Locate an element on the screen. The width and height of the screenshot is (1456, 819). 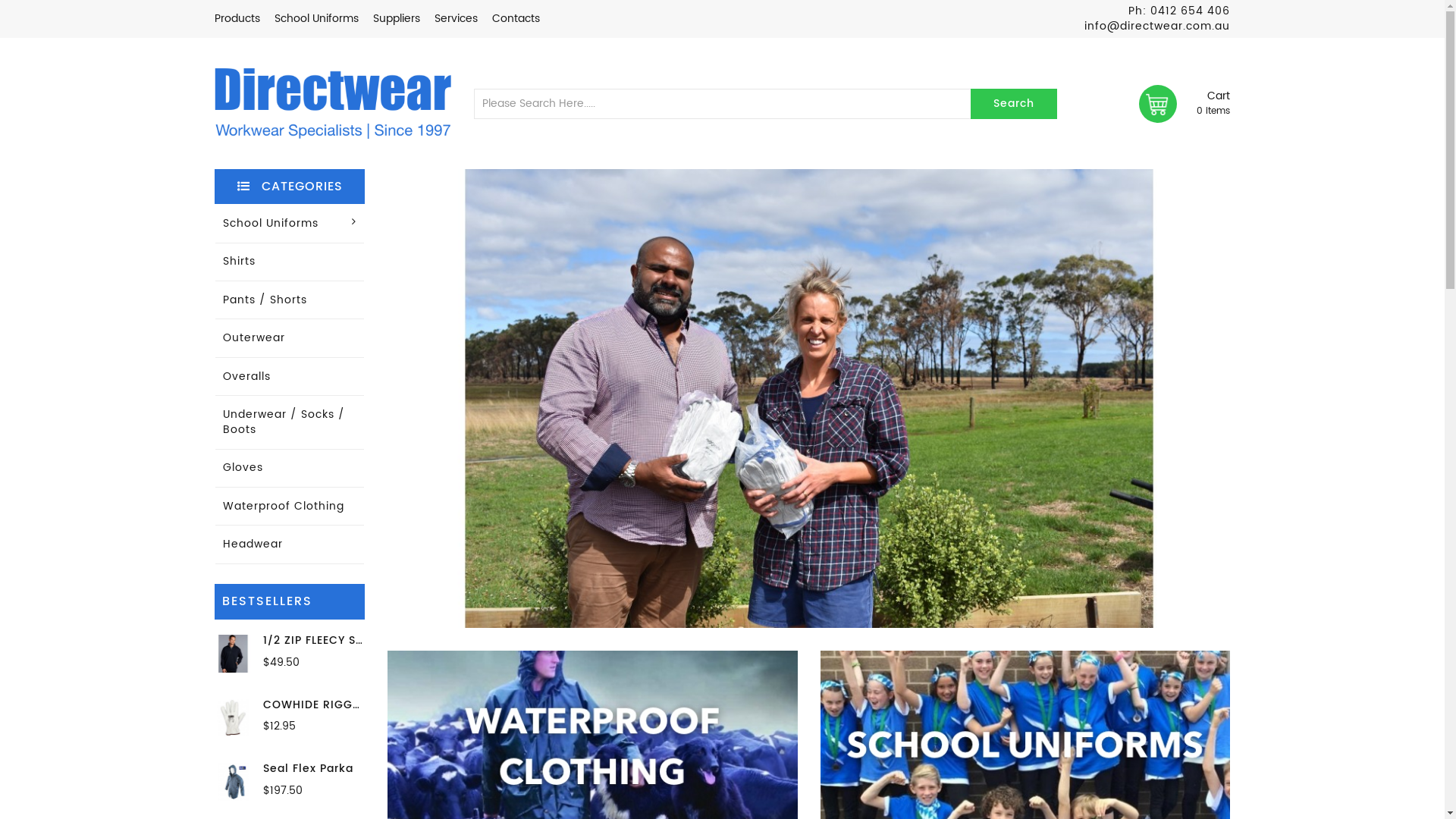
'Suppliers' is located at coordinates (397, 18).